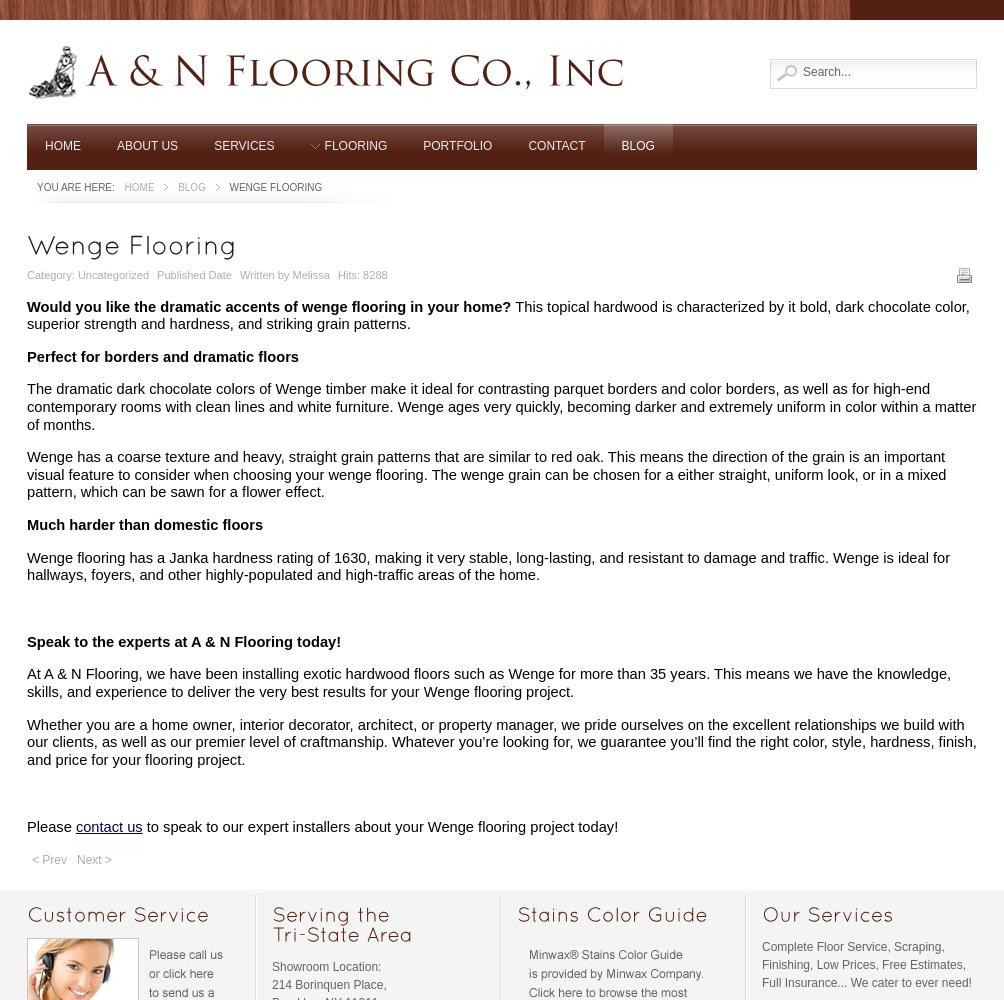 This screenshot has width=1004, height=1000. Describe the element at coordinates (112, 275) in the screenshot. I see `'Uncategorized'` at that location.